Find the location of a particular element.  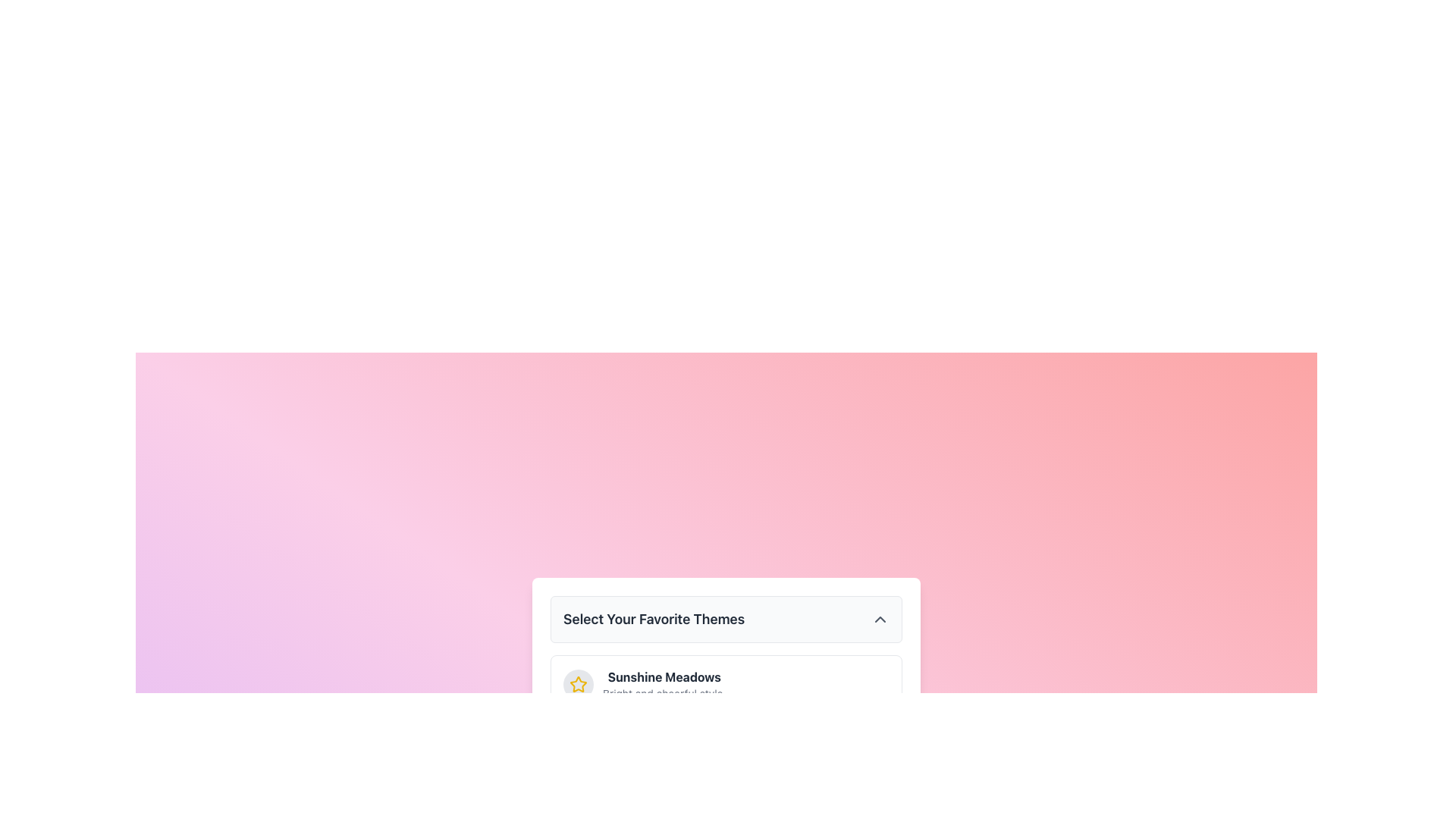

the yellow star-shaped icon with a hollow center positioned to the left of 'Sunshine Meadows' is located at coordinates (578, 684).